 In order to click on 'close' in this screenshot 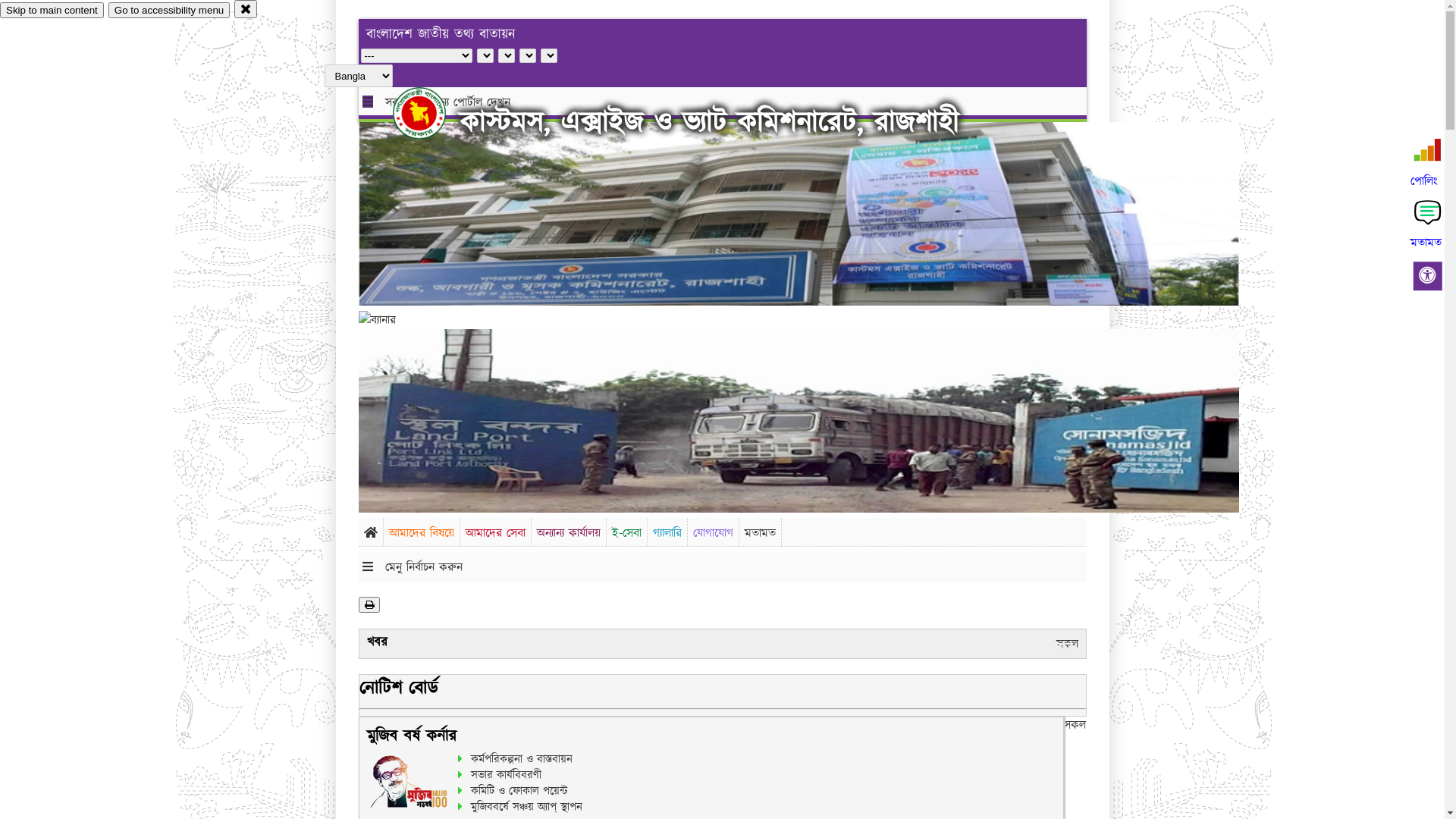, I will do `click(246, 8)`.